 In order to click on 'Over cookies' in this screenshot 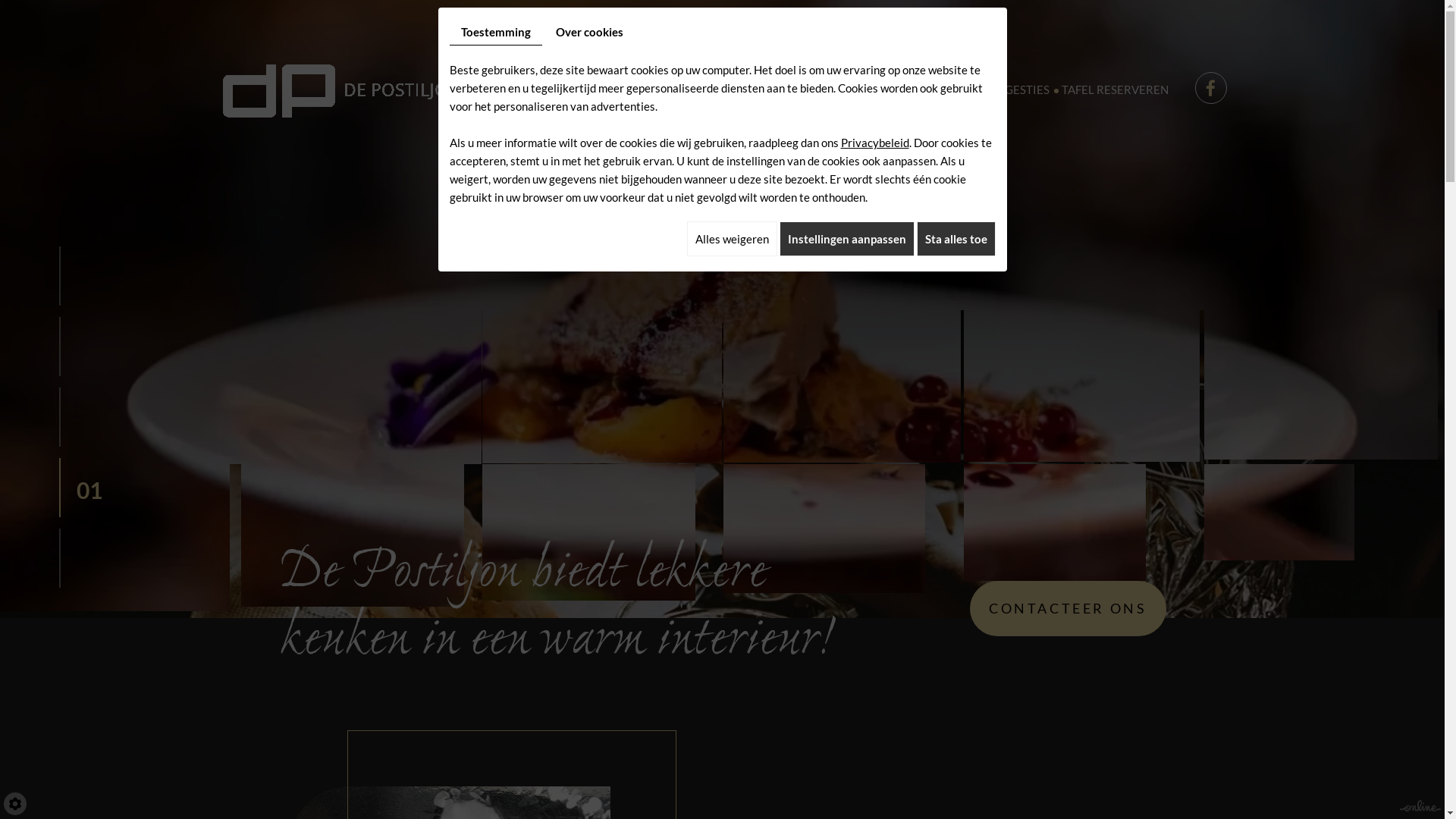, I will do `click(588, 32)`.